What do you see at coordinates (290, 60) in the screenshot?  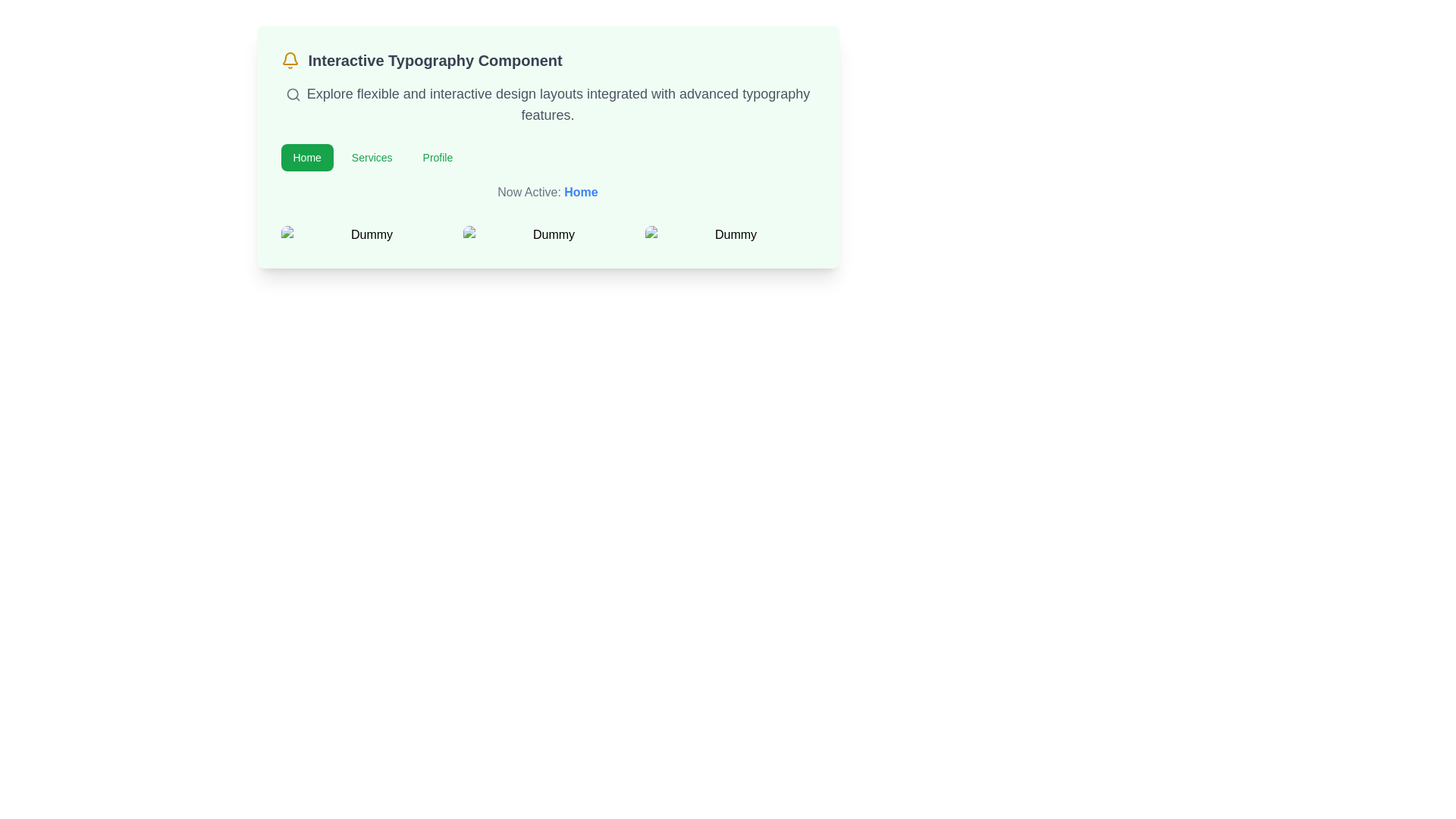 I see `the yellow bell icon, which is a circular, outlined bell shape with a decorative line beneath it, located at the far left of the 'Interactive Typography Component'` at bounding box center [290, 60].